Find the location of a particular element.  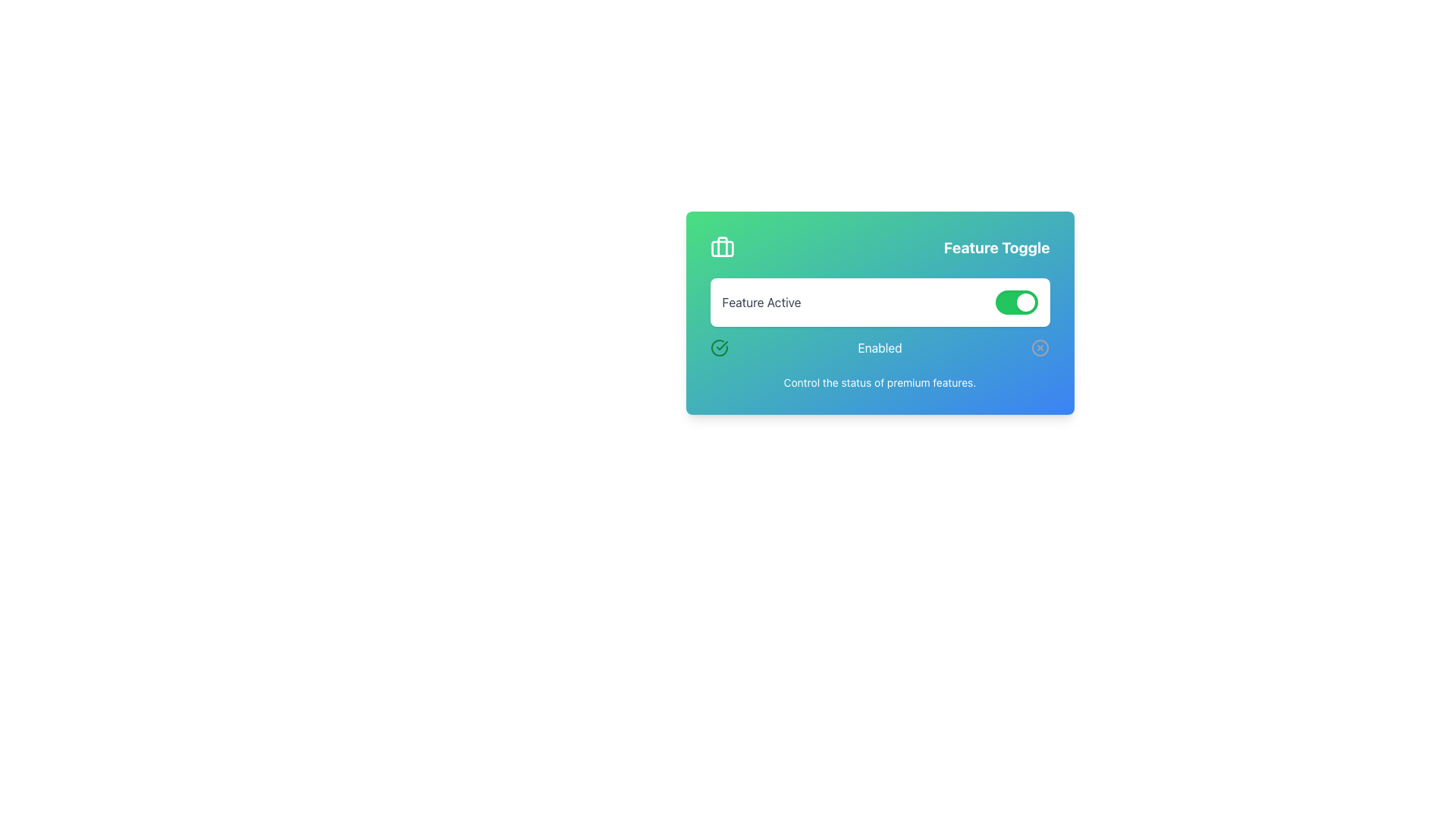

the briefcase icon that represents the 'Feature Toggle' section located on the left side of the header bar labeled 'Feature Toggle' is located at coordinates (721, 247).